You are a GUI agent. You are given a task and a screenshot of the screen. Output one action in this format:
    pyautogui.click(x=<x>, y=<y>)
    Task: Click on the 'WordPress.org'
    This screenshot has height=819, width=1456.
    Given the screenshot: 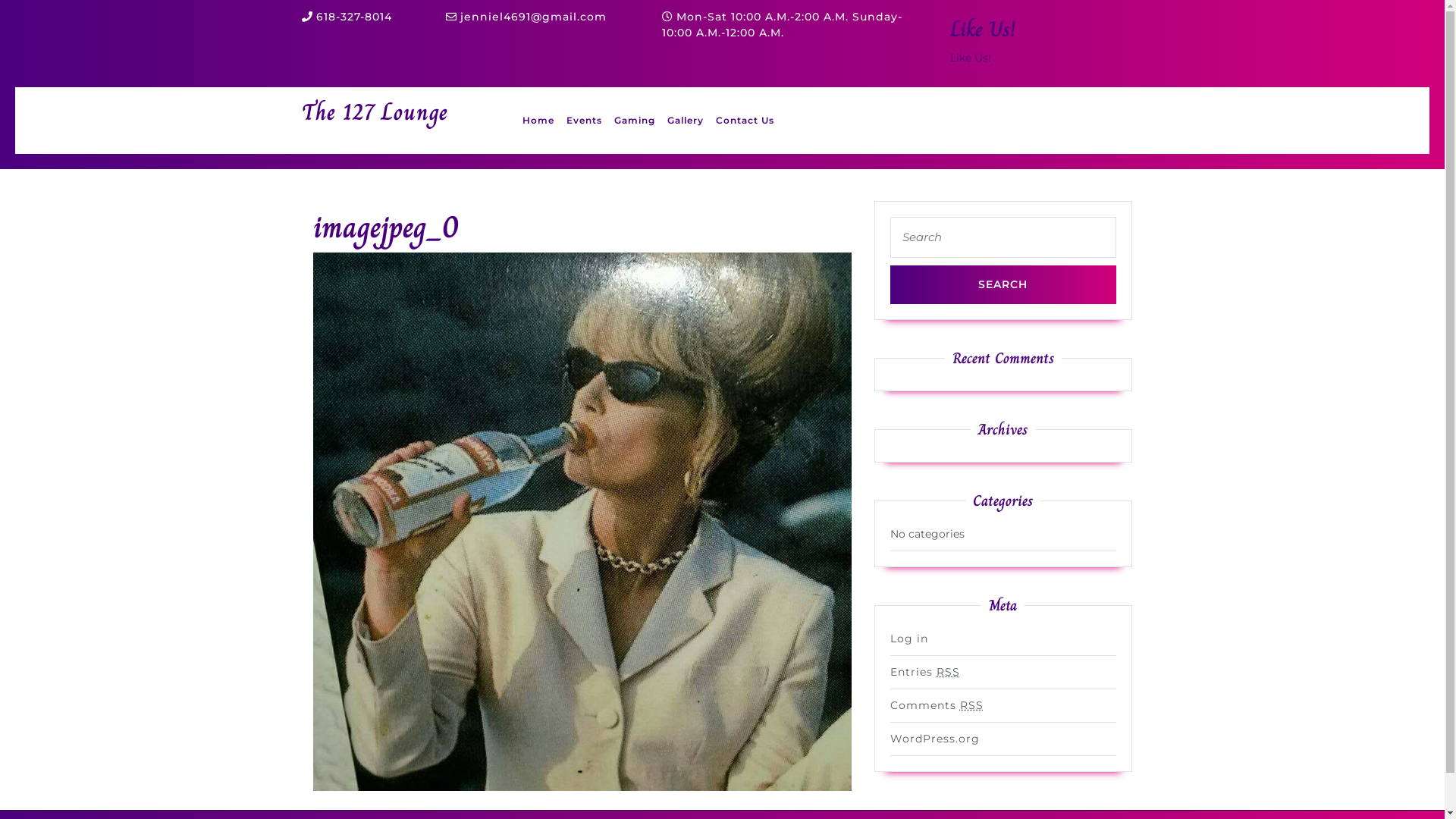 What is the action you would take?
    pyautogui.click(x=934, y=738)
    